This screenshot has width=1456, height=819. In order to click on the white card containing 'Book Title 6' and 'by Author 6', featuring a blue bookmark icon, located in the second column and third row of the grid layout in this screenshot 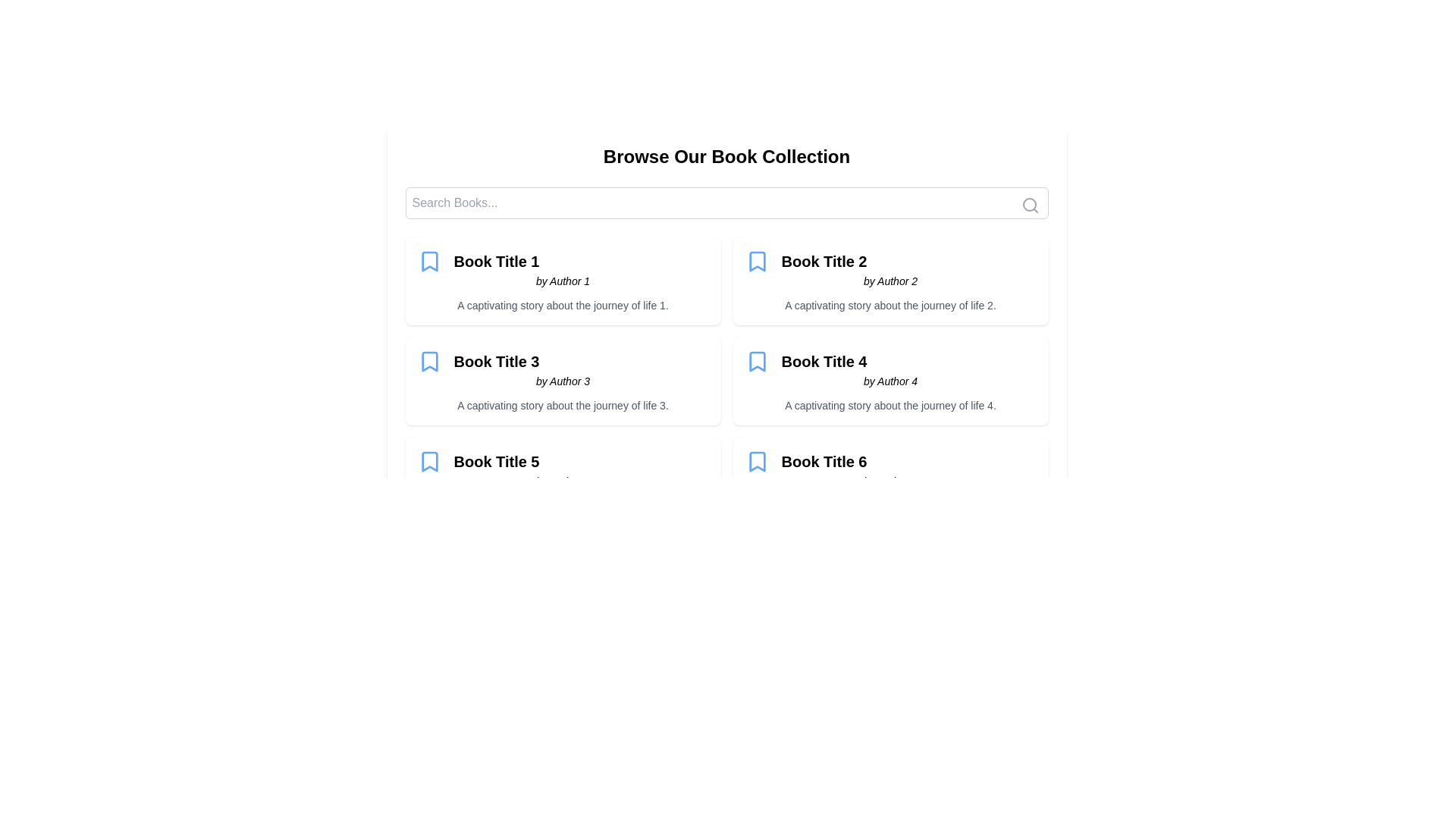, I will do `click(890, 482)`.